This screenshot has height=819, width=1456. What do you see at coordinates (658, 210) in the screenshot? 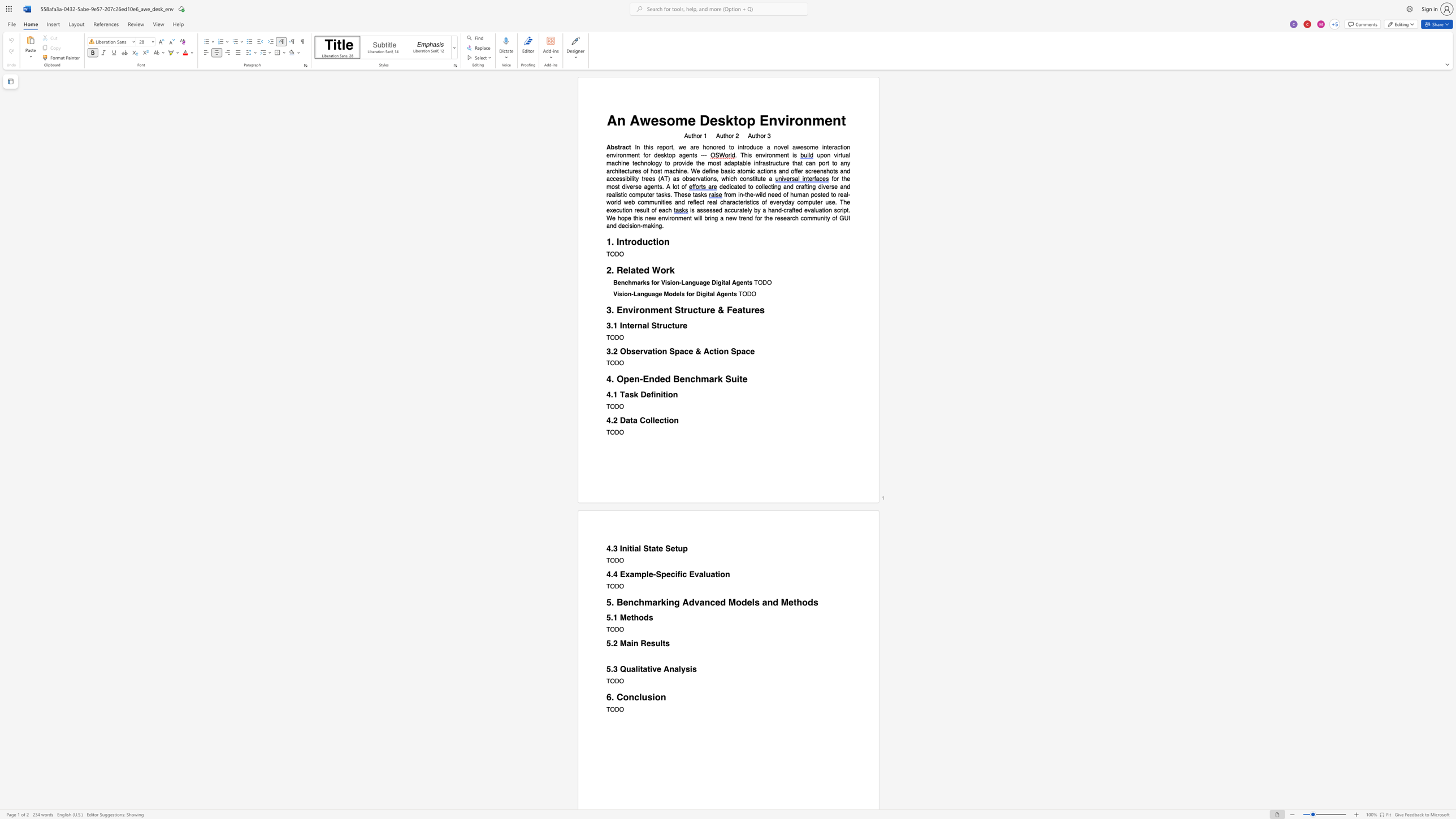
I see `the subset text "each" within the text "from in-the-wild need of human posted to real-world web communities and reflect real characteristics of everyday computer use. The execution result of each"` at bounding box center [658, 210].